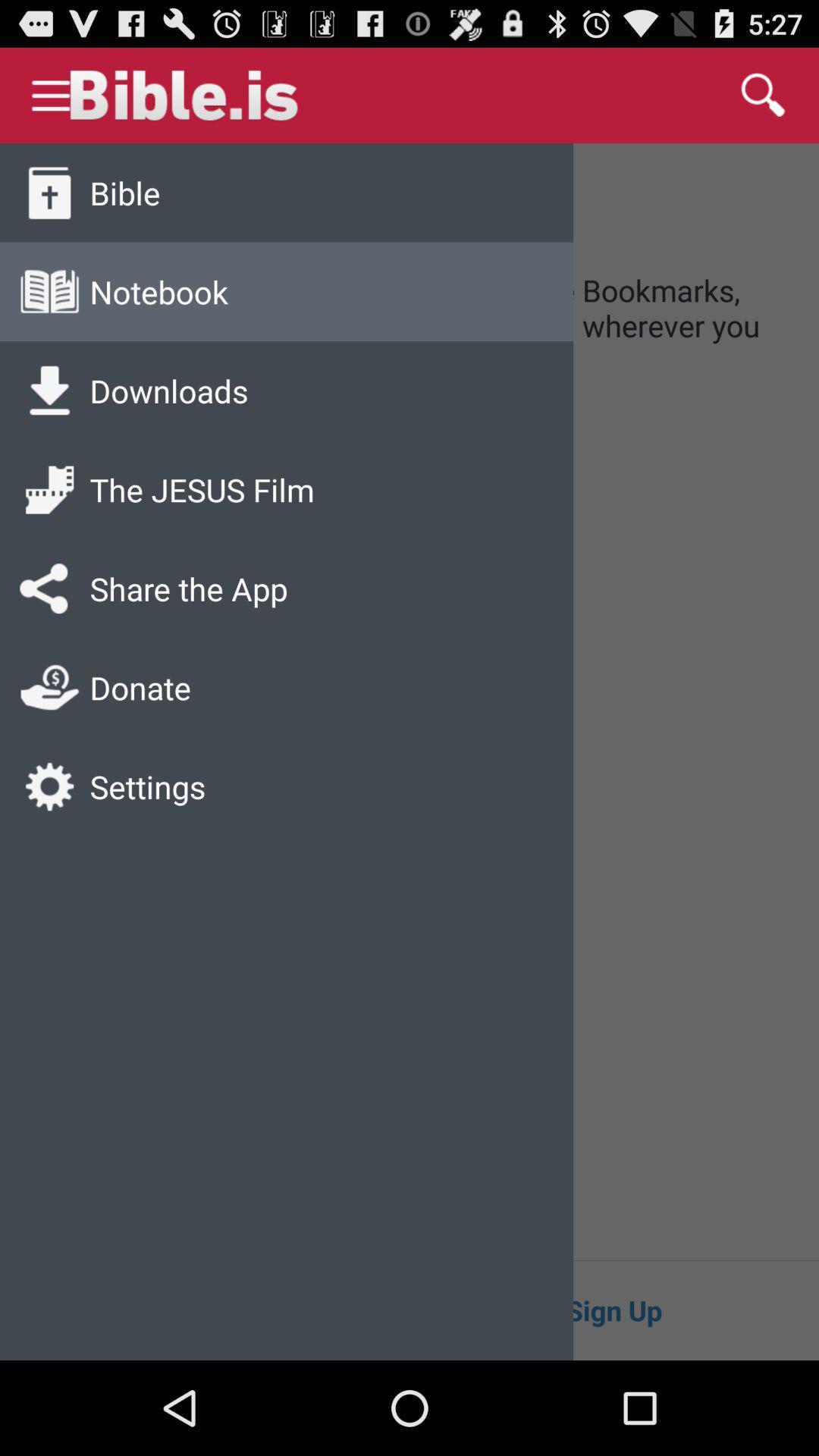  I want to click on the icon beside the jesus film, so click(49, 490).